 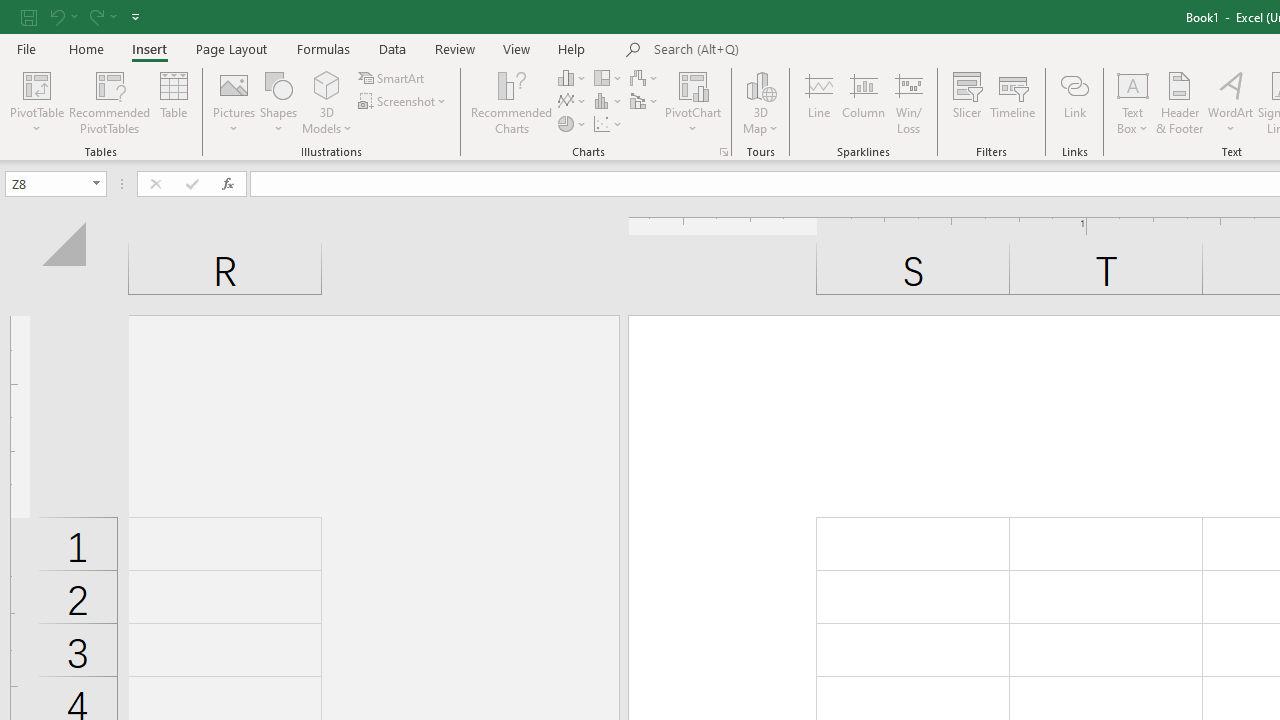 What do you see at coordinates (759, 84) in the screenshot?
I see `'3D Map'` at bounding box center [759, 84].